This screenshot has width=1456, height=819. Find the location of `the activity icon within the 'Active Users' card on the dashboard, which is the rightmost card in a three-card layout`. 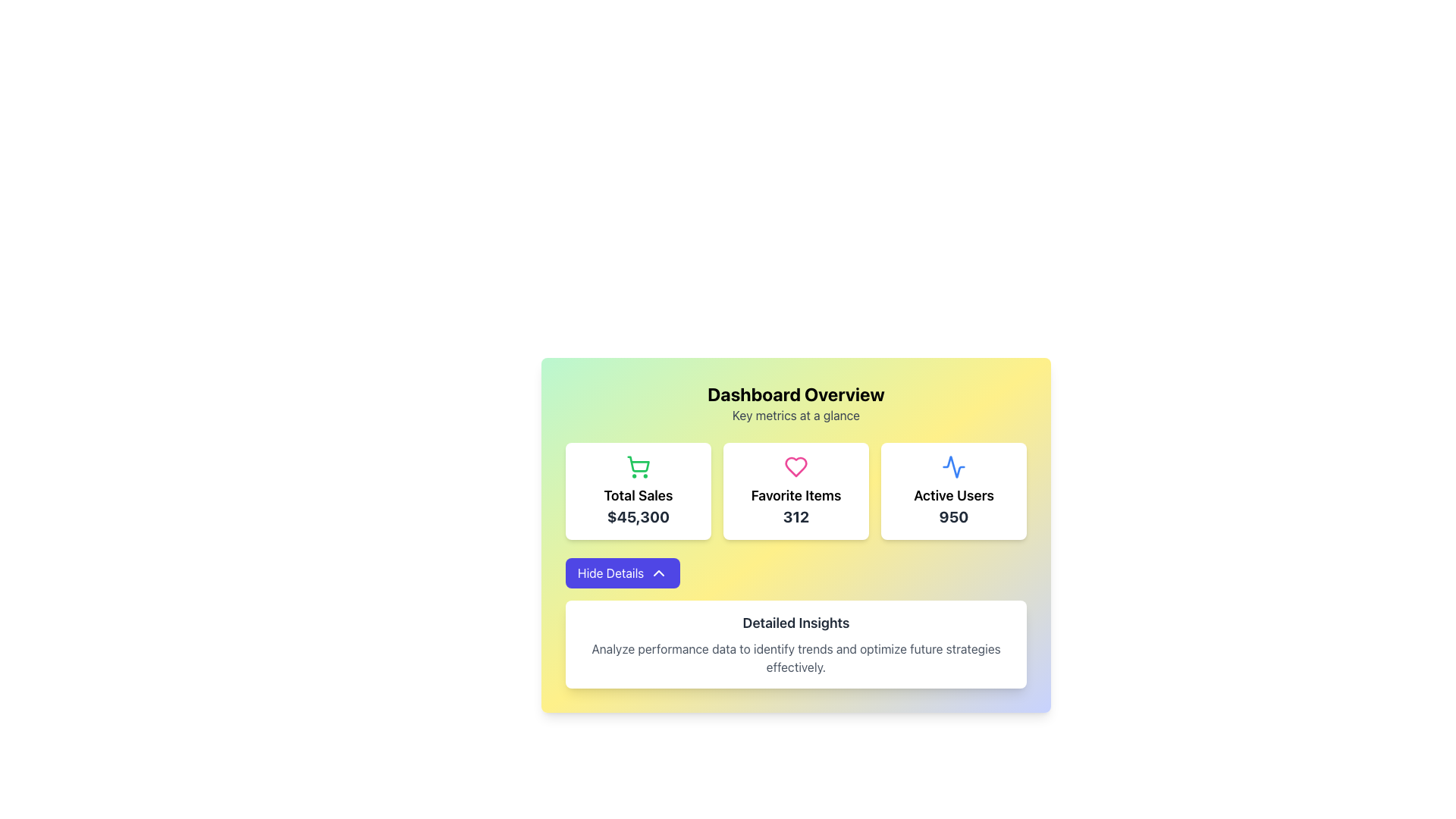

the activity icon within the 'Active Users' card on the dashboard, which is the rightmost card in a three-card layout is located at coordinates (952, 466).